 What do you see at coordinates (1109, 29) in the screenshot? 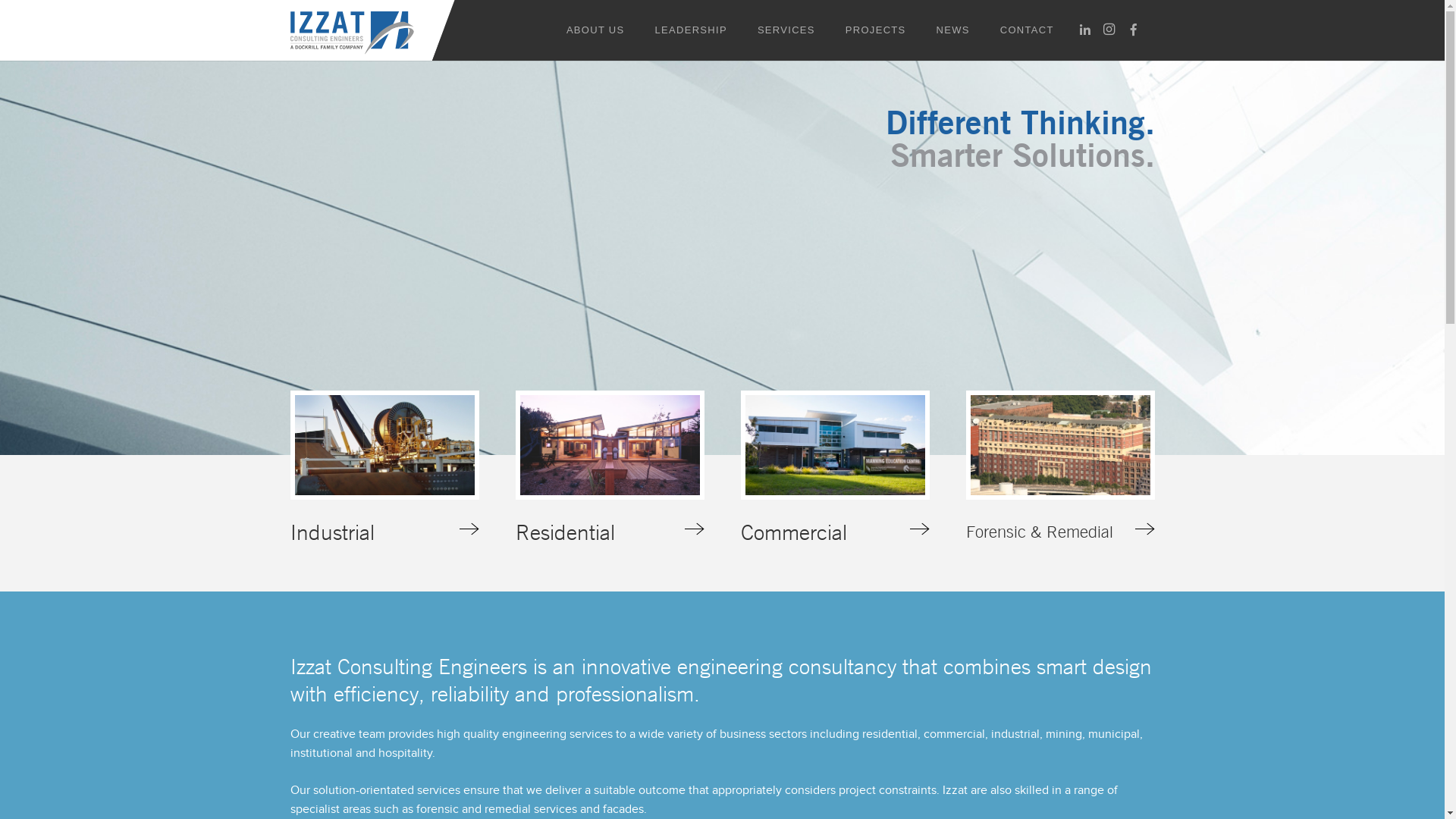
I see `'Instagram'` at bounding box center [1109, 29].